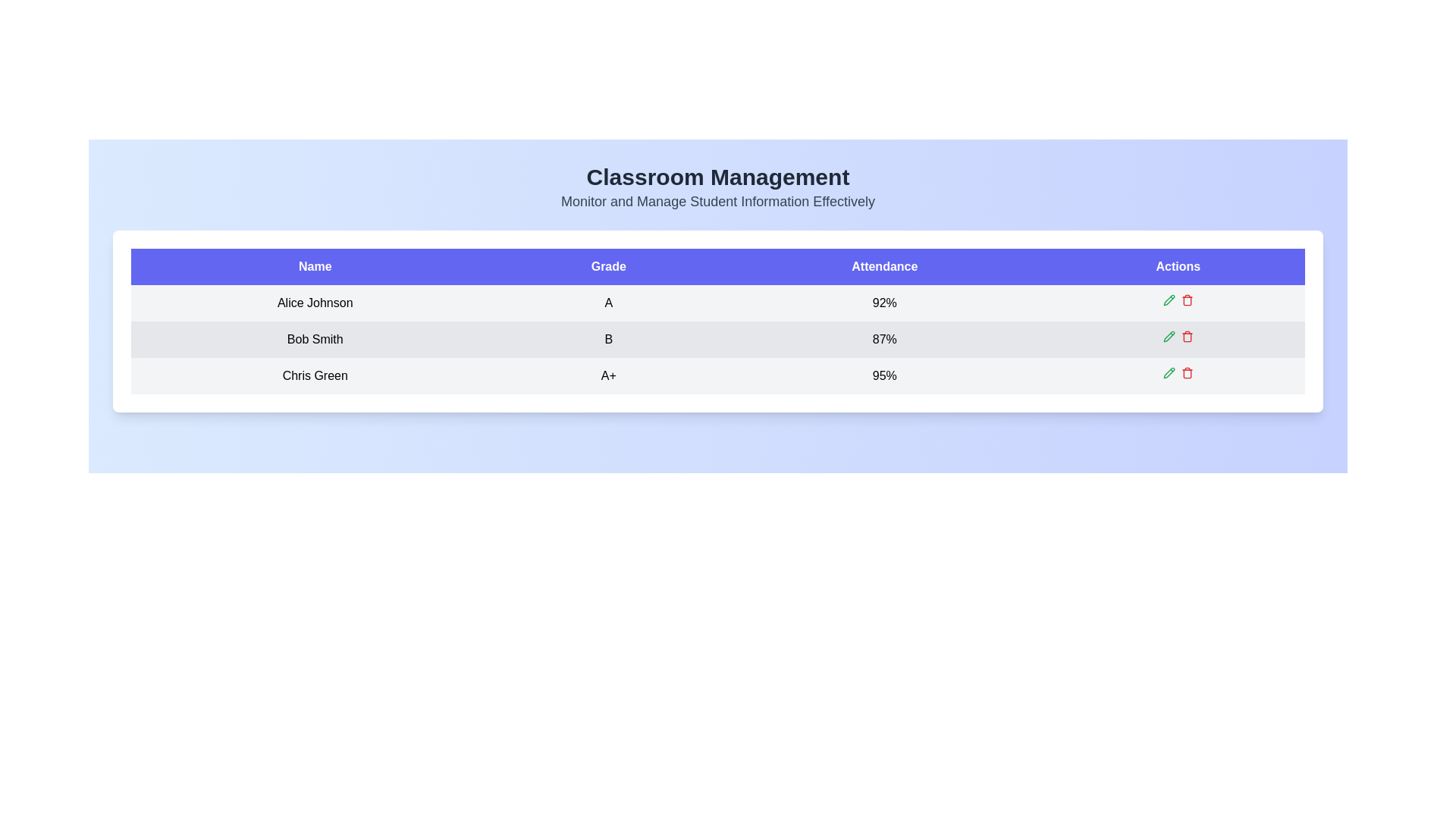 The height and width of the screenshot is (819, 1456). What do you see at coordinates (1186, 335) in the screenshot?
I see `the delete button located in the 'Actions' column of the table row corresponding to 'Bob Smith'` at bounding box center [1186, 335].